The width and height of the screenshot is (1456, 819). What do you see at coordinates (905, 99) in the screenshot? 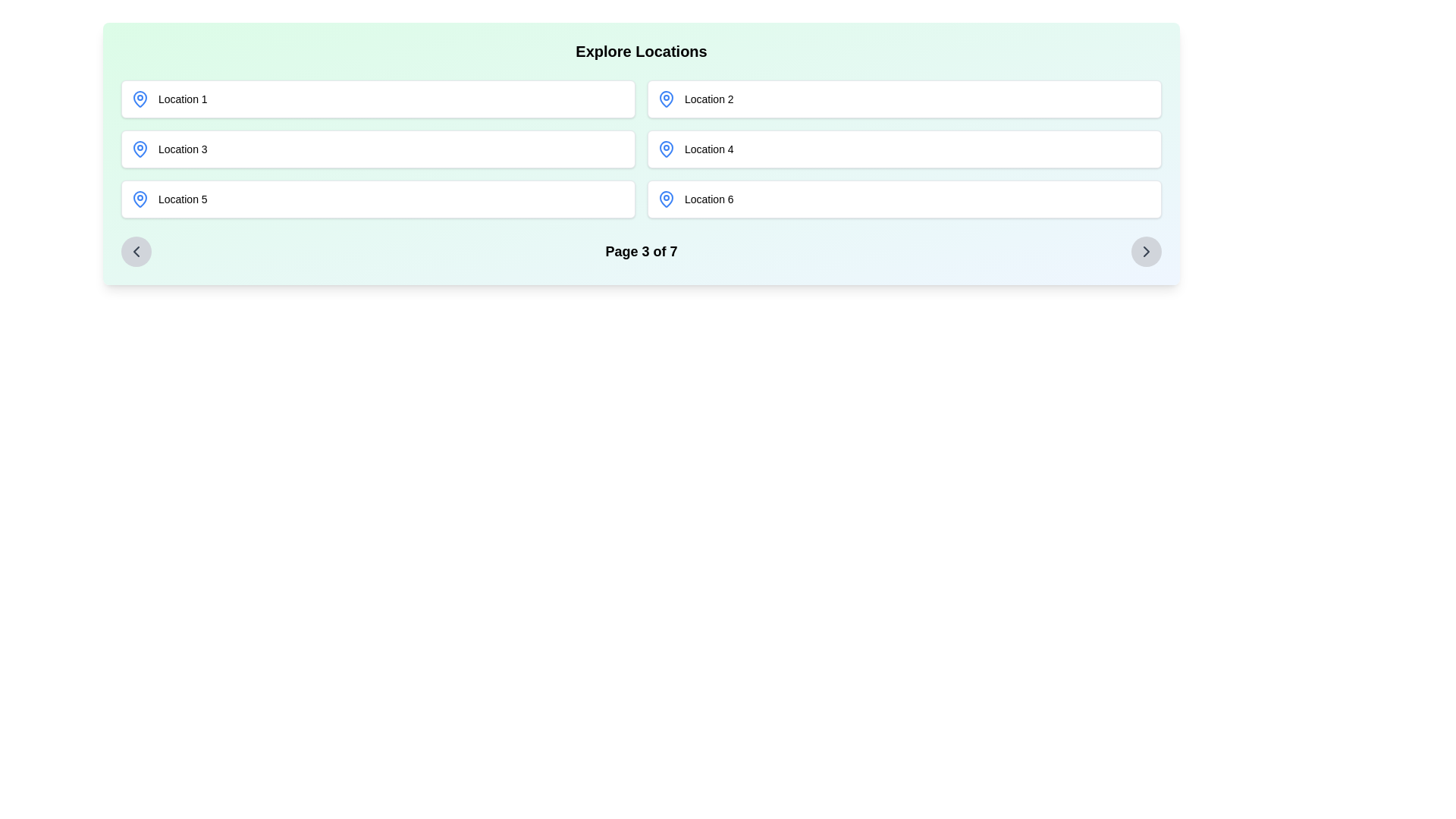
I see `the button in the first row, second column under 'Explore Locations'` at bounding box center [905, 99].